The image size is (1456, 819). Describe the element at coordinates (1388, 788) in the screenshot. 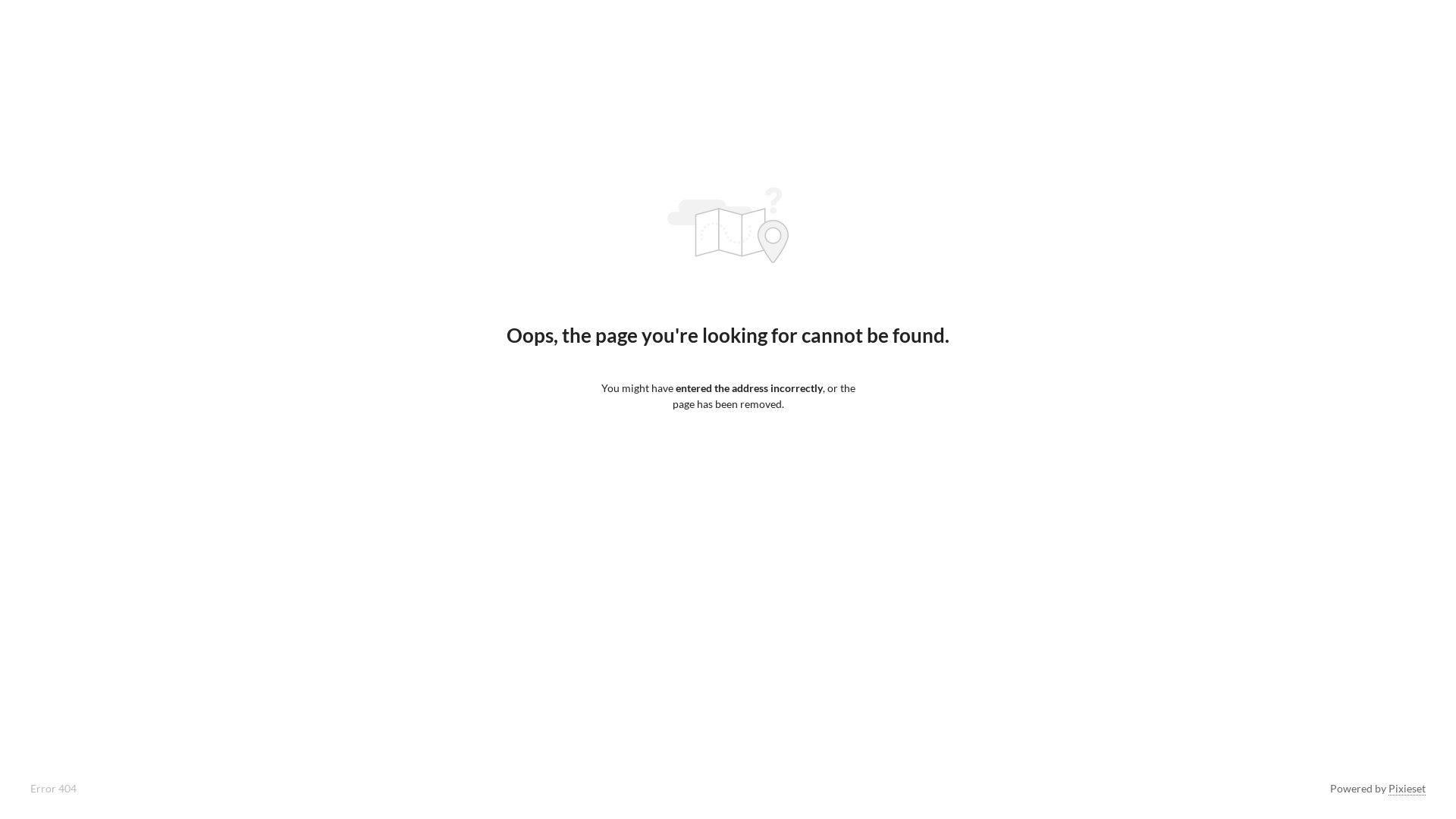

I see `'Pixieset'` at that location.